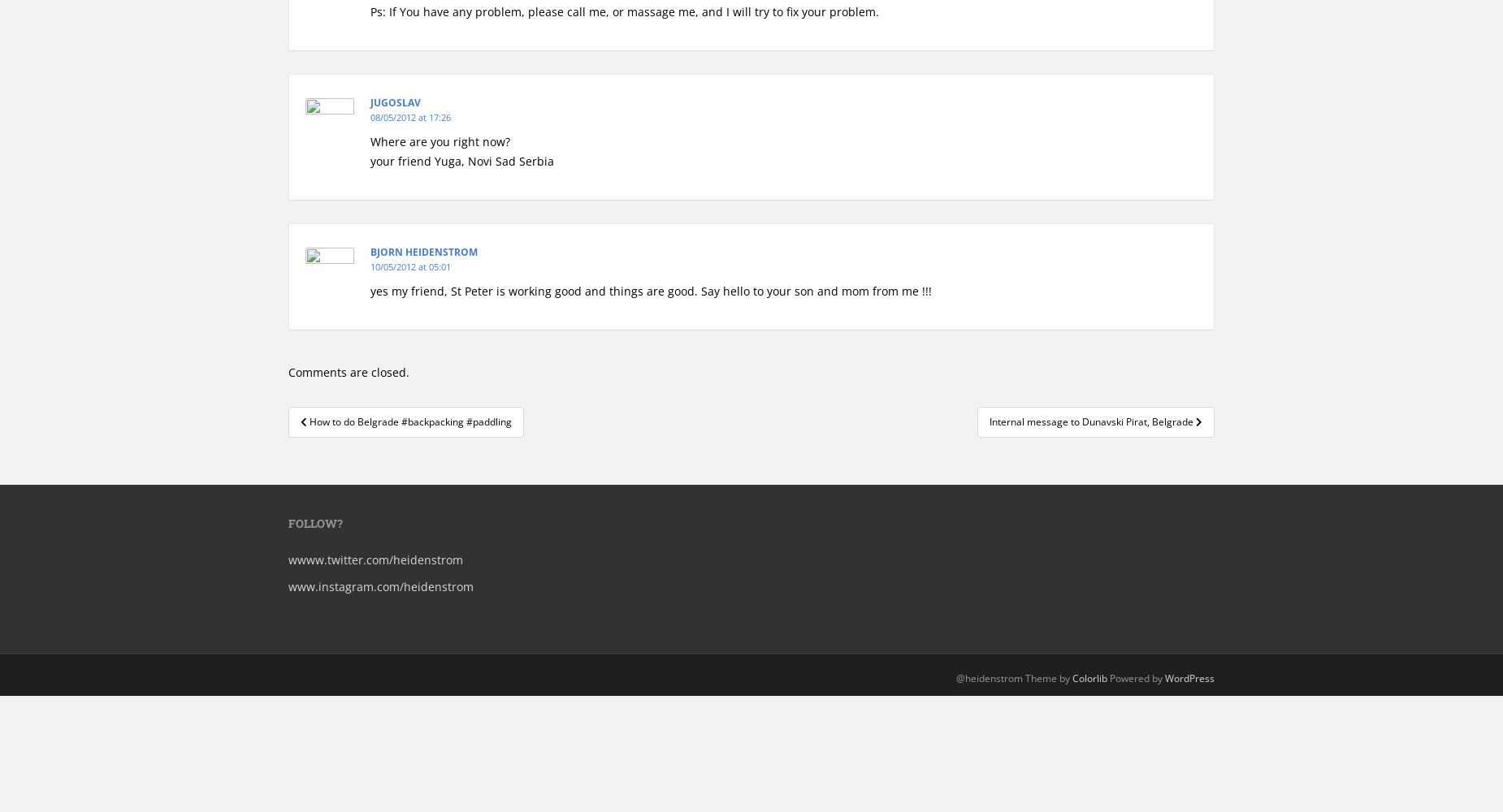  I want to click on 'Where are you right now?', so click(440, 141).